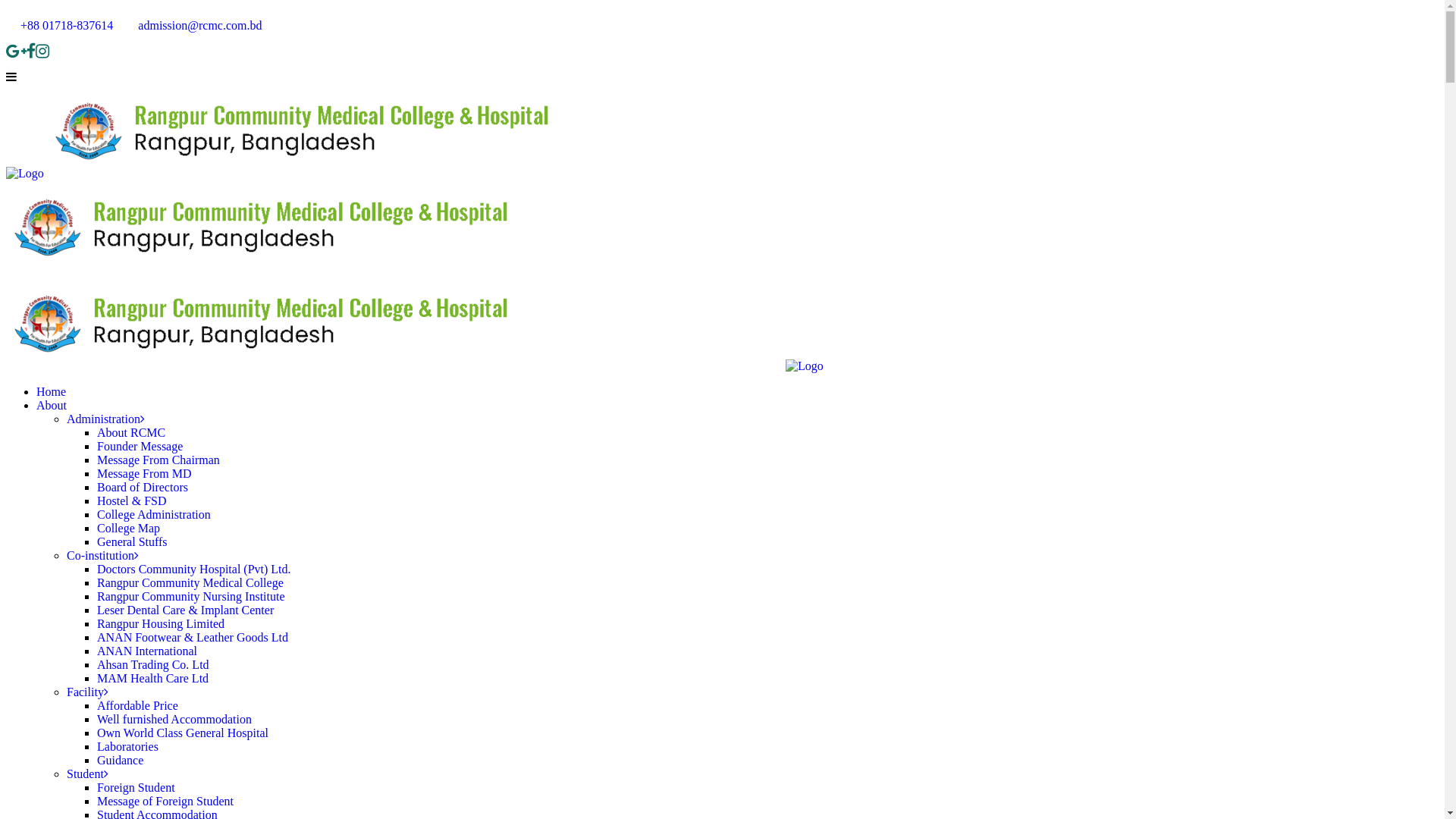 This screenshot has height=819, width=1456. I want to click on 'admission@rcmc.com.bd', so click(192, 25).